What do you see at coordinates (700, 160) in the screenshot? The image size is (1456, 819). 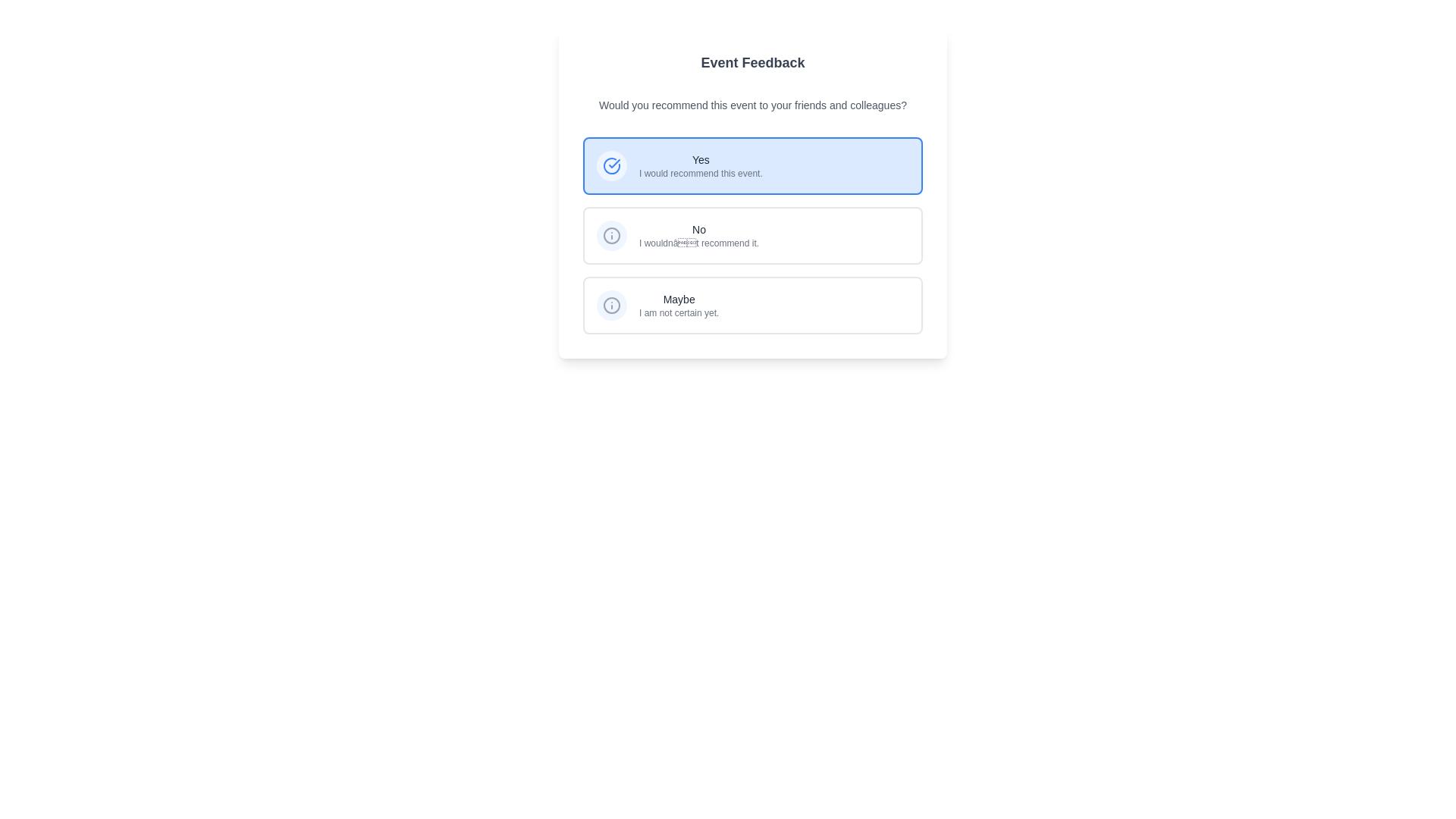 I see `the text label displaying 'Yes', which is part of a choice group for recommending an event, positioned prominently at the top left of the question section` at bounding box center [700, 160].